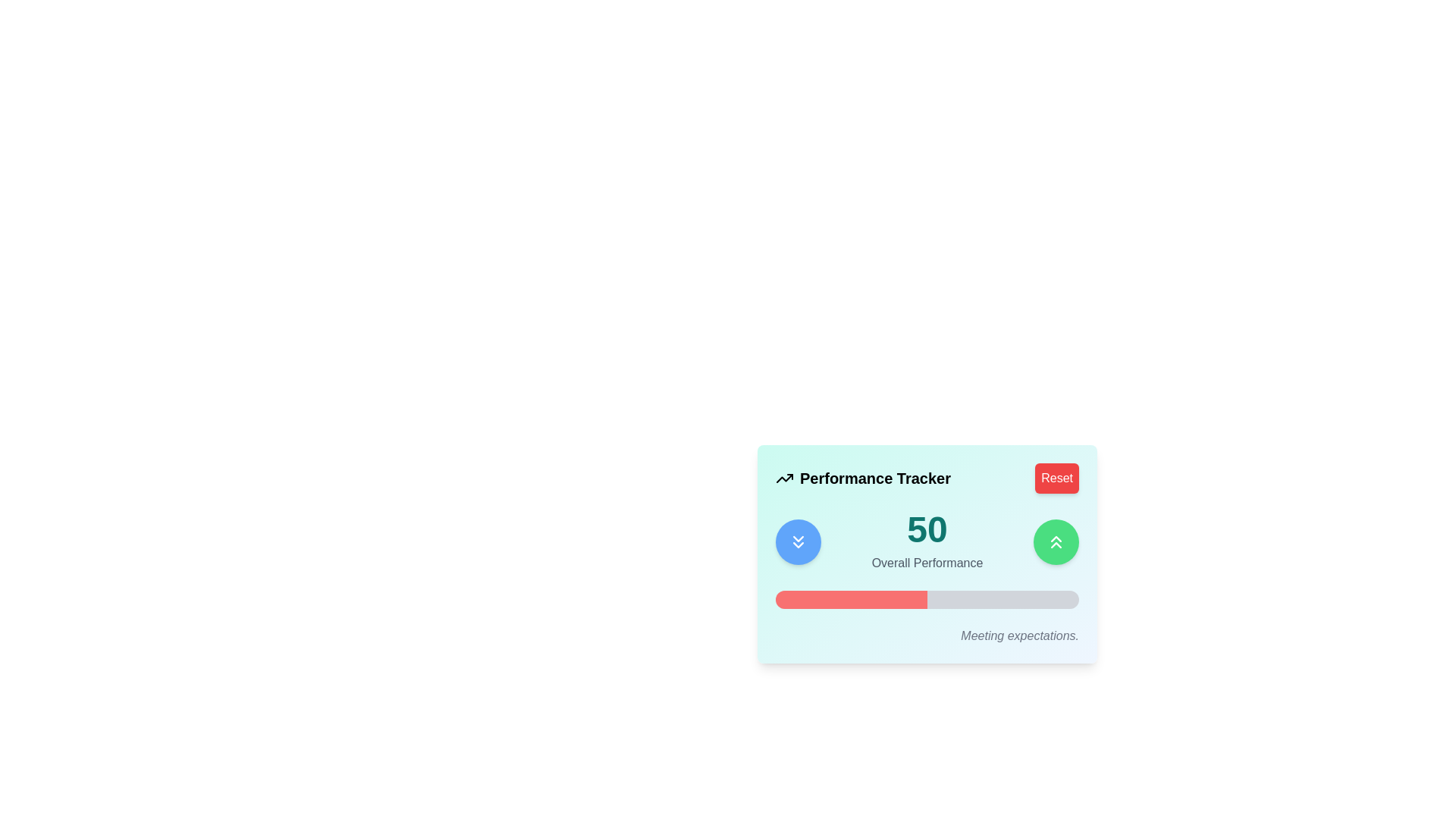 This screenshot has height=819, width=1456. I want to click on the decorative icon located at the top-left corner of the 'Performance Tracker' card, which symbolizes improvement or upward trends, so click(785, 479).